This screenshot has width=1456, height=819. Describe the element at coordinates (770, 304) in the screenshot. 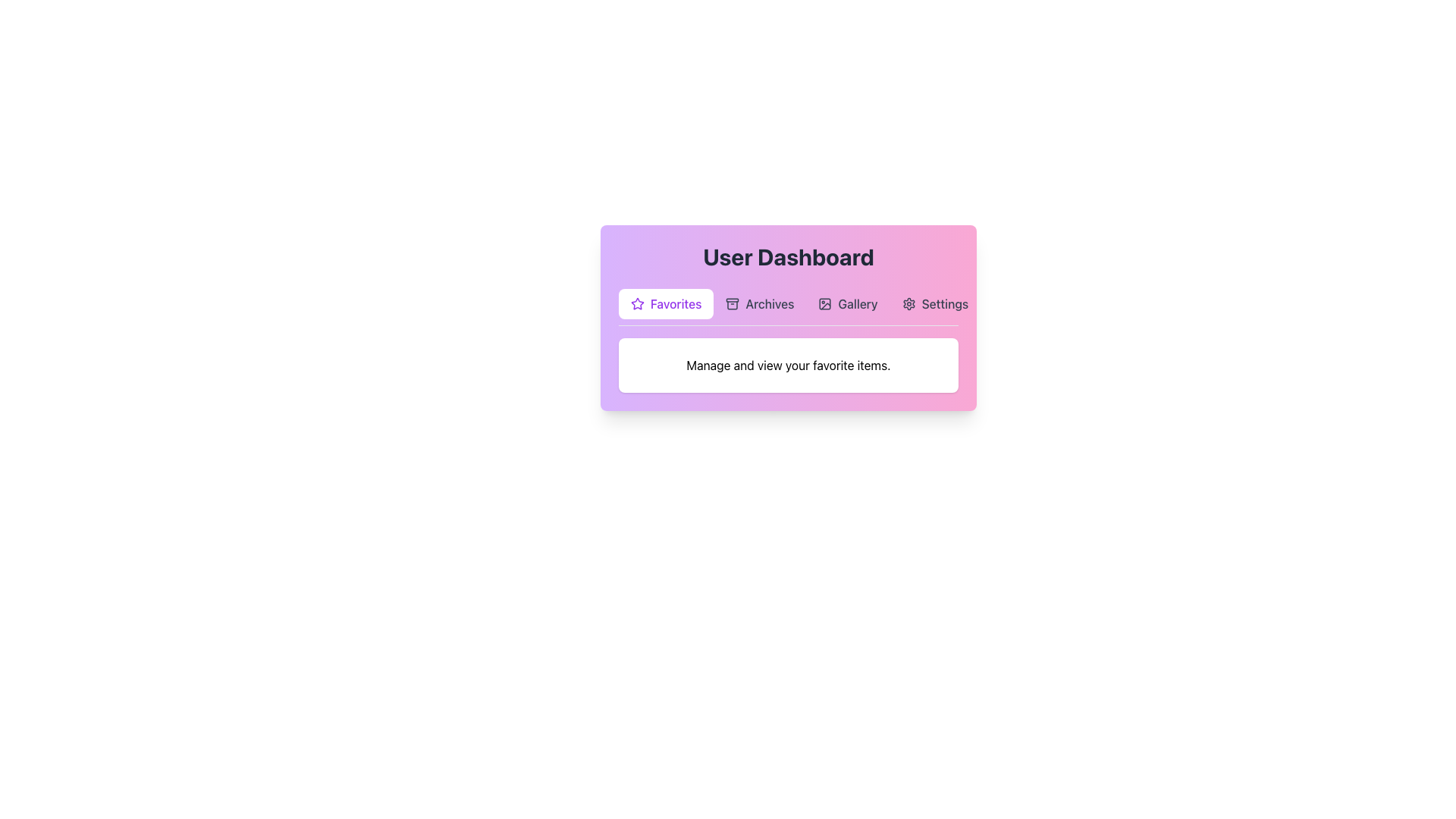

I see `the 'Archives' text label in the navigation bar located under 'User Dashboard', positioned to the right of 'Favorites' and before 'Gallery'` at that location.